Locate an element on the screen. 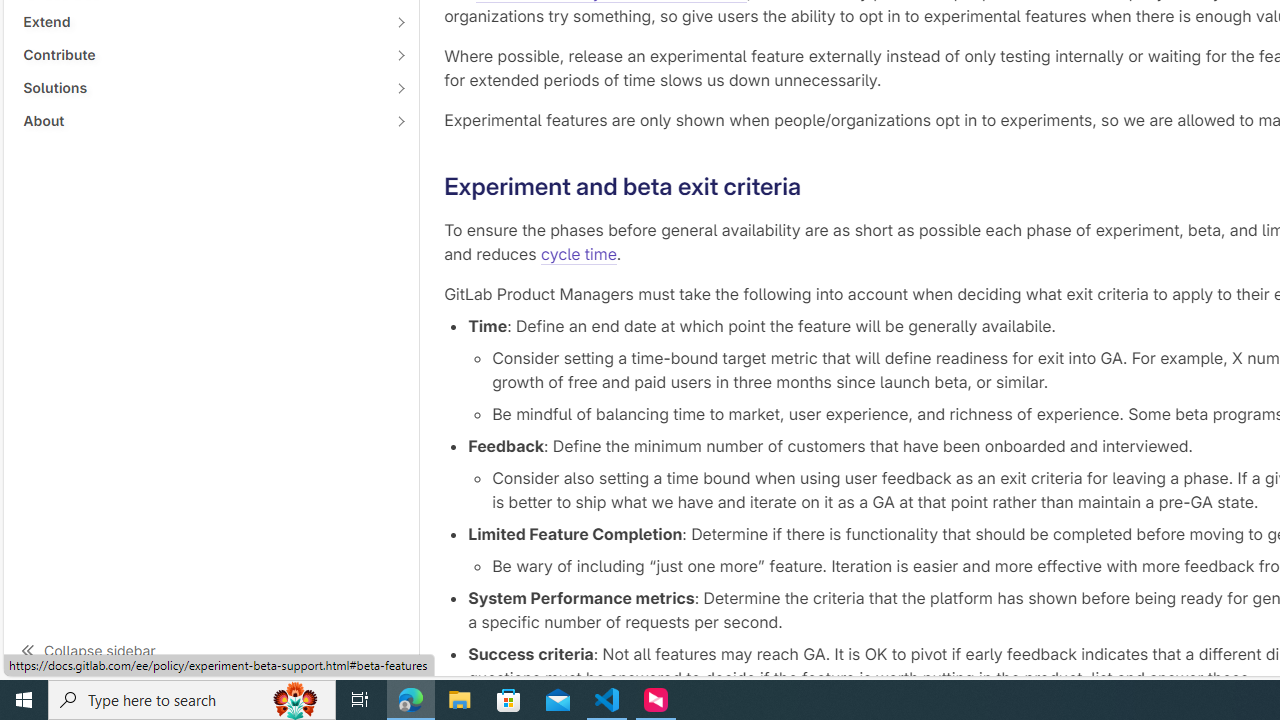 Image resolution: width=1280 pixels, height=720 pixels. 'cycle time' is located at coordinates (577, 253).